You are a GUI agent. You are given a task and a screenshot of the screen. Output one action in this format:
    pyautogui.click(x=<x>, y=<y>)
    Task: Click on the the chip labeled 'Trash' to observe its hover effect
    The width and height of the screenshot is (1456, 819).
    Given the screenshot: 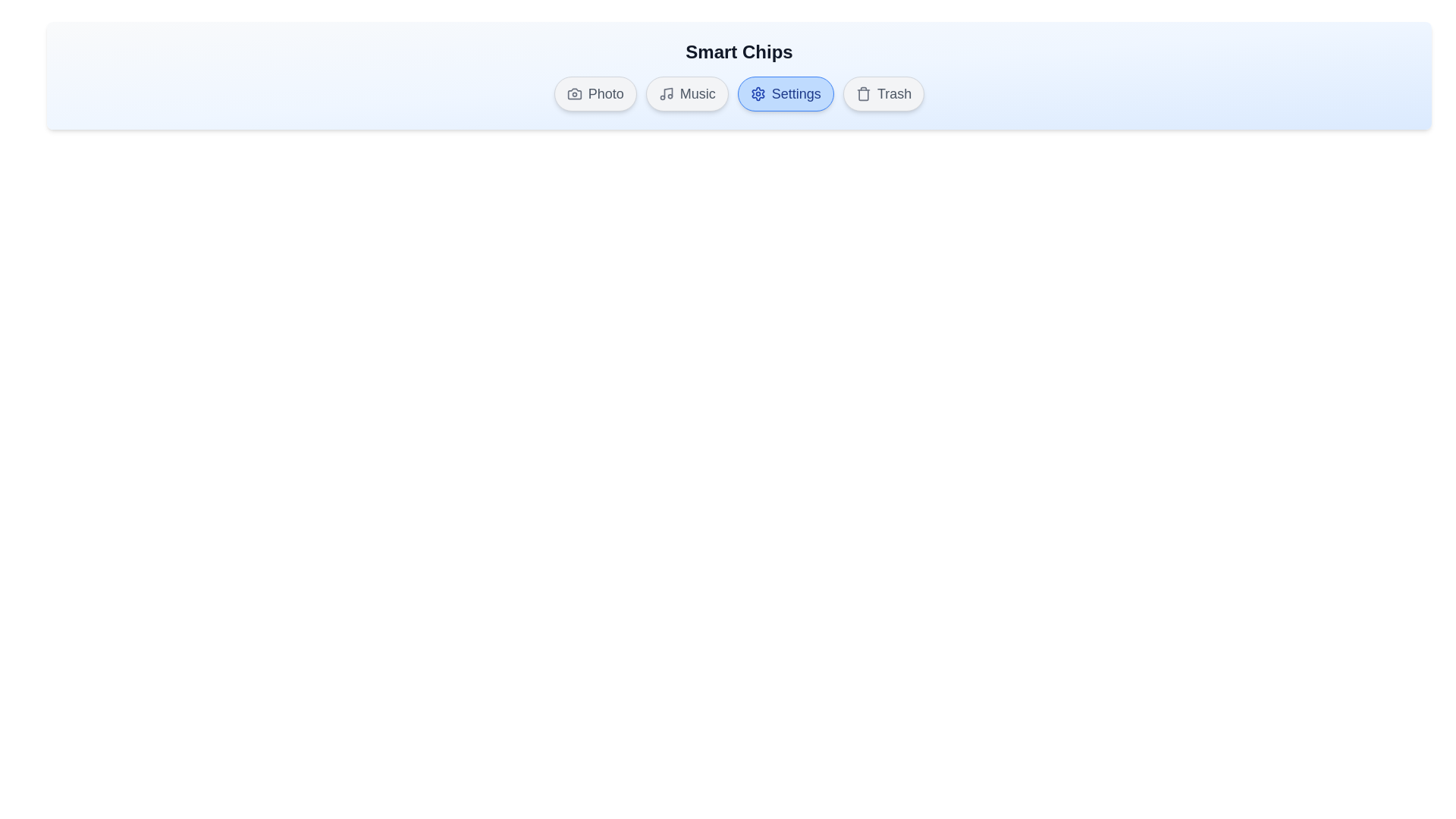 What is the action you would take?
    pyautogui.click(x=883, y=93)
    